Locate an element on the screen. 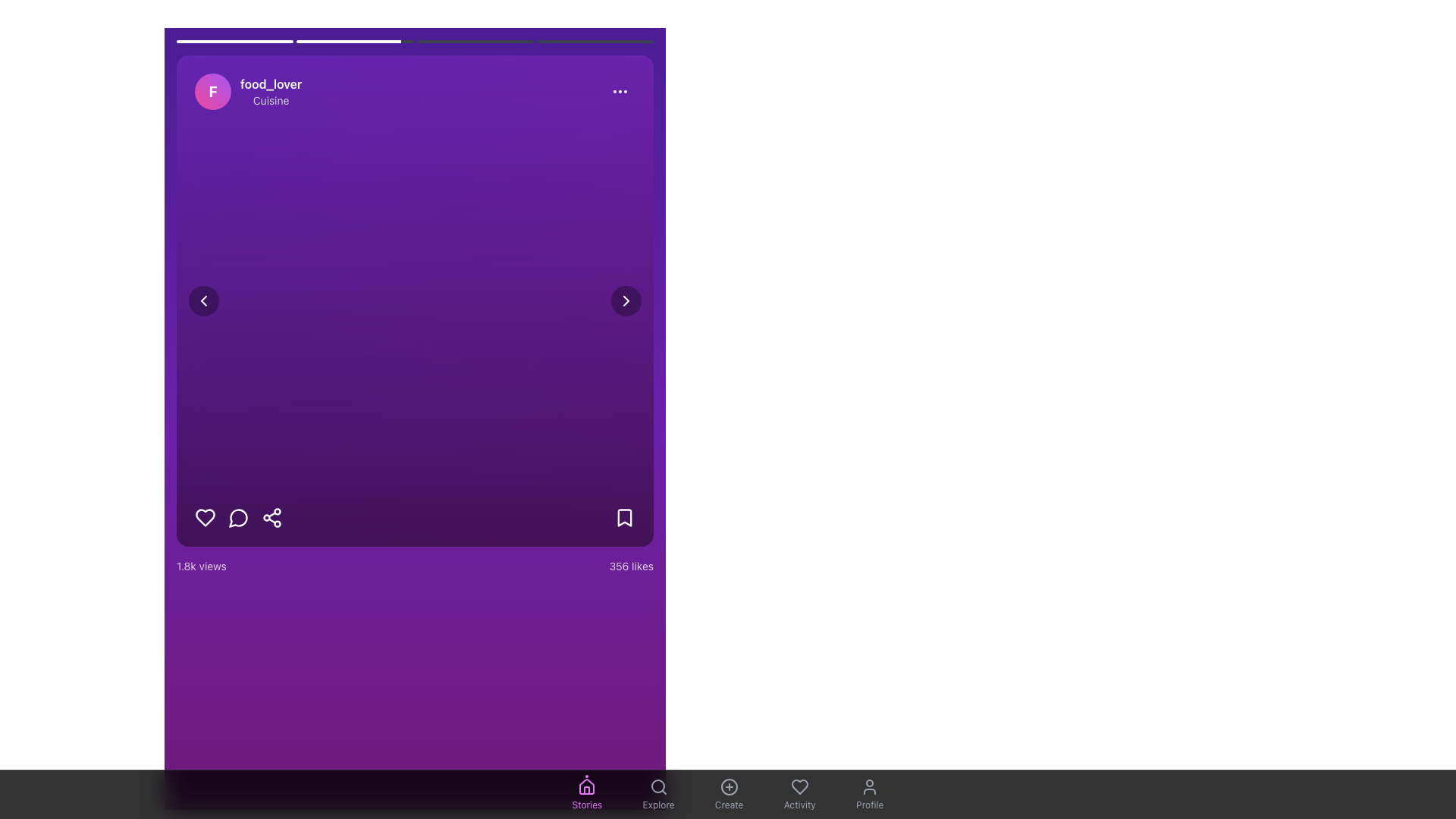  username label displaying 'travel_explorer' and its descriptor 'Adventure', located in the upper-left quadrant of the interface, to the right of the avatar icon is located at coordinates (284, 91).